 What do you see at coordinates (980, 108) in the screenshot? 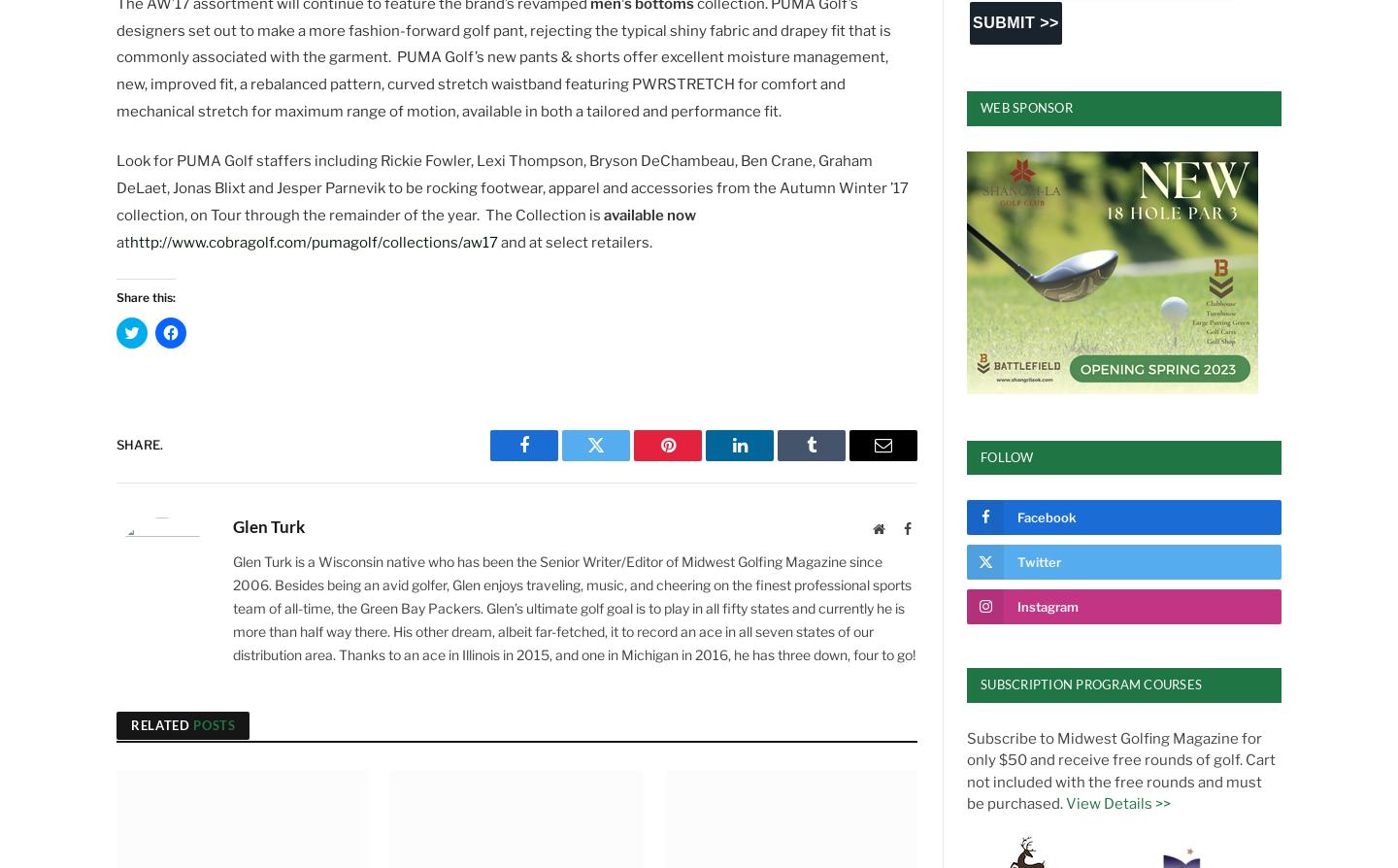
I see `'Web Sponsor'` at bounding box center [980, 108].